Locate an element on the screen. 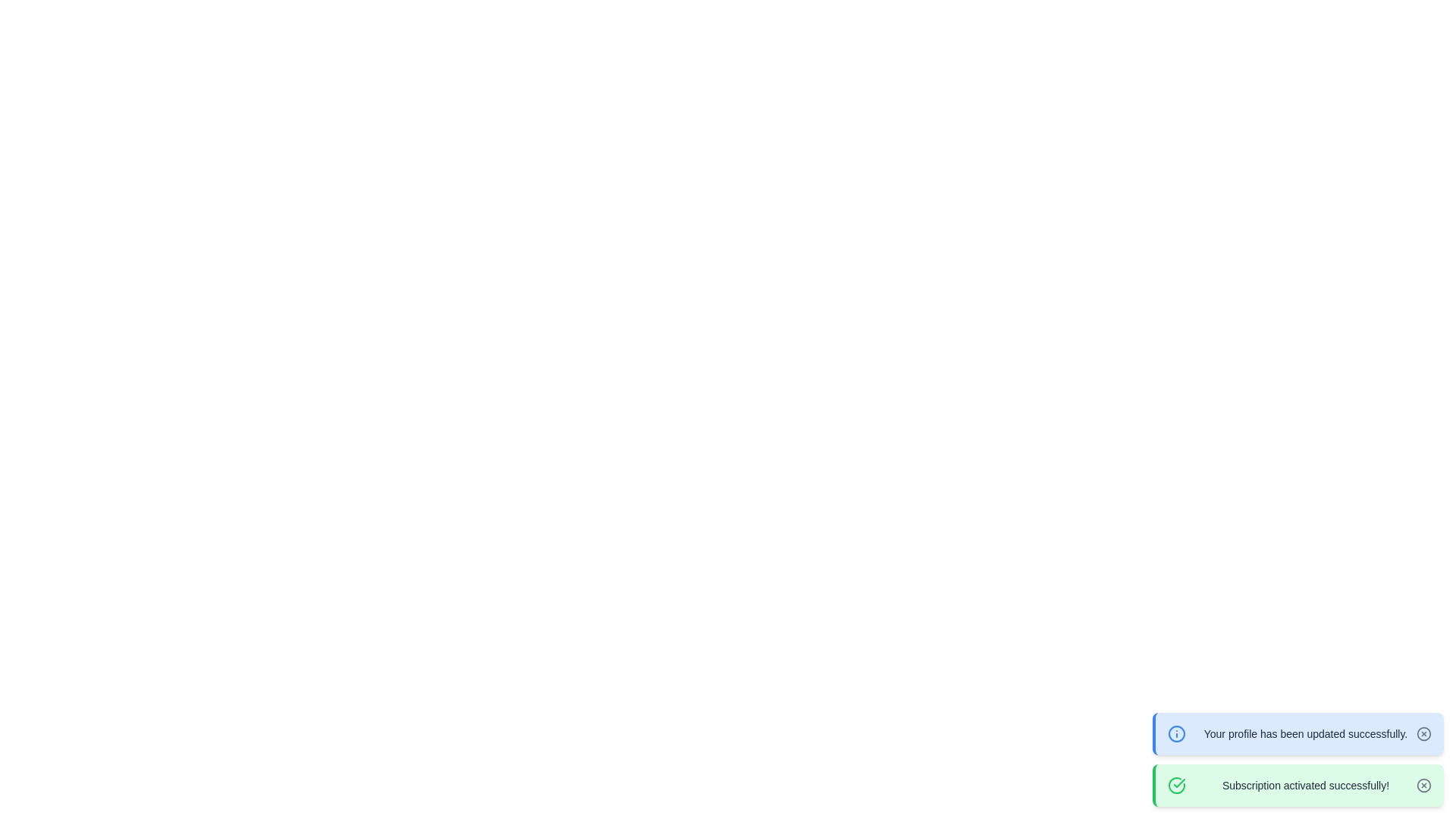 This screenshot has height=819, width=1456. the green circular confirmation icon with a checkmark, located in the bottom-right notification area, next to the success message 'Subscription activated successfully!' is located at coordinates (1175, 785).